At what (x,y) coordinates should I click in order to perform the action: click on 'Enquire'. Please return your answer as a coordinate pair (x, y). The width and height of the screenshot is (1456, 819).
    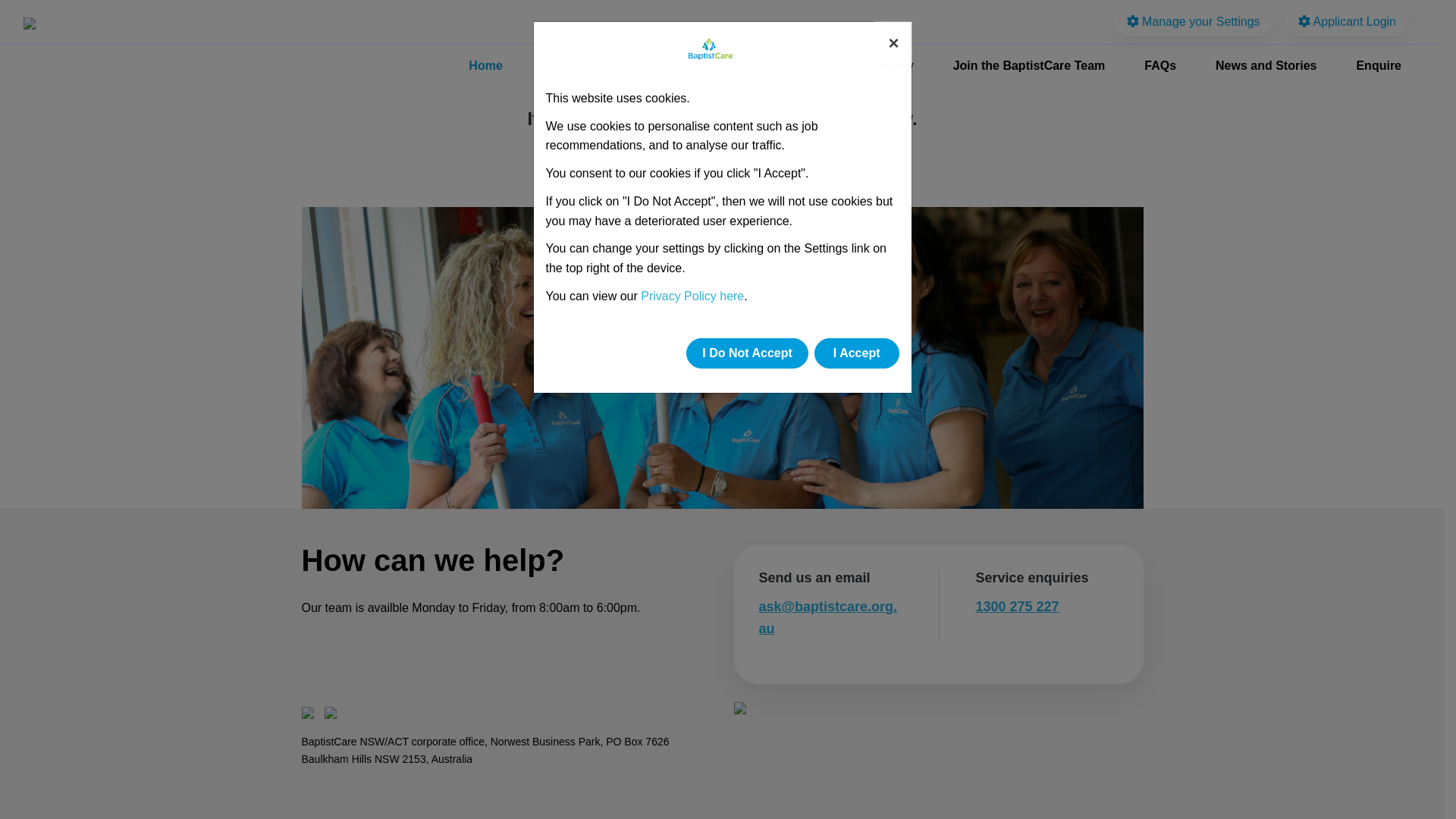
    Looking at the image, I should click on (1379, 65).